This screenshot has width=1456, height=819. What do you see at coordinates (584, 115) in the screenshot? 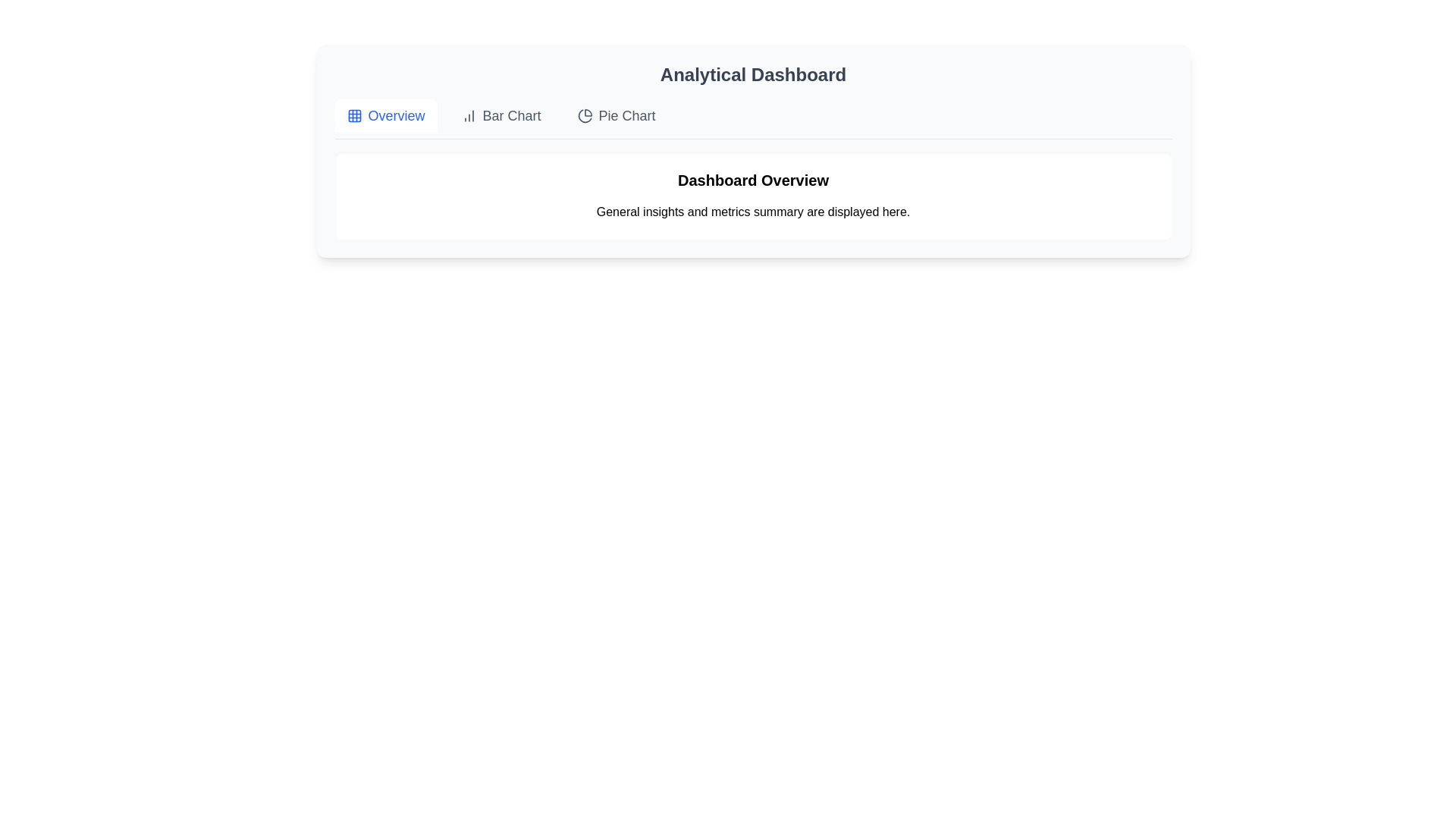
I see `the pie chart icon in the navigation bar, which is styled with a dark gray stroke and is located between the 'Bar Chart' tab and the 'Pie Chart' label` at bounding box center [584, 115].